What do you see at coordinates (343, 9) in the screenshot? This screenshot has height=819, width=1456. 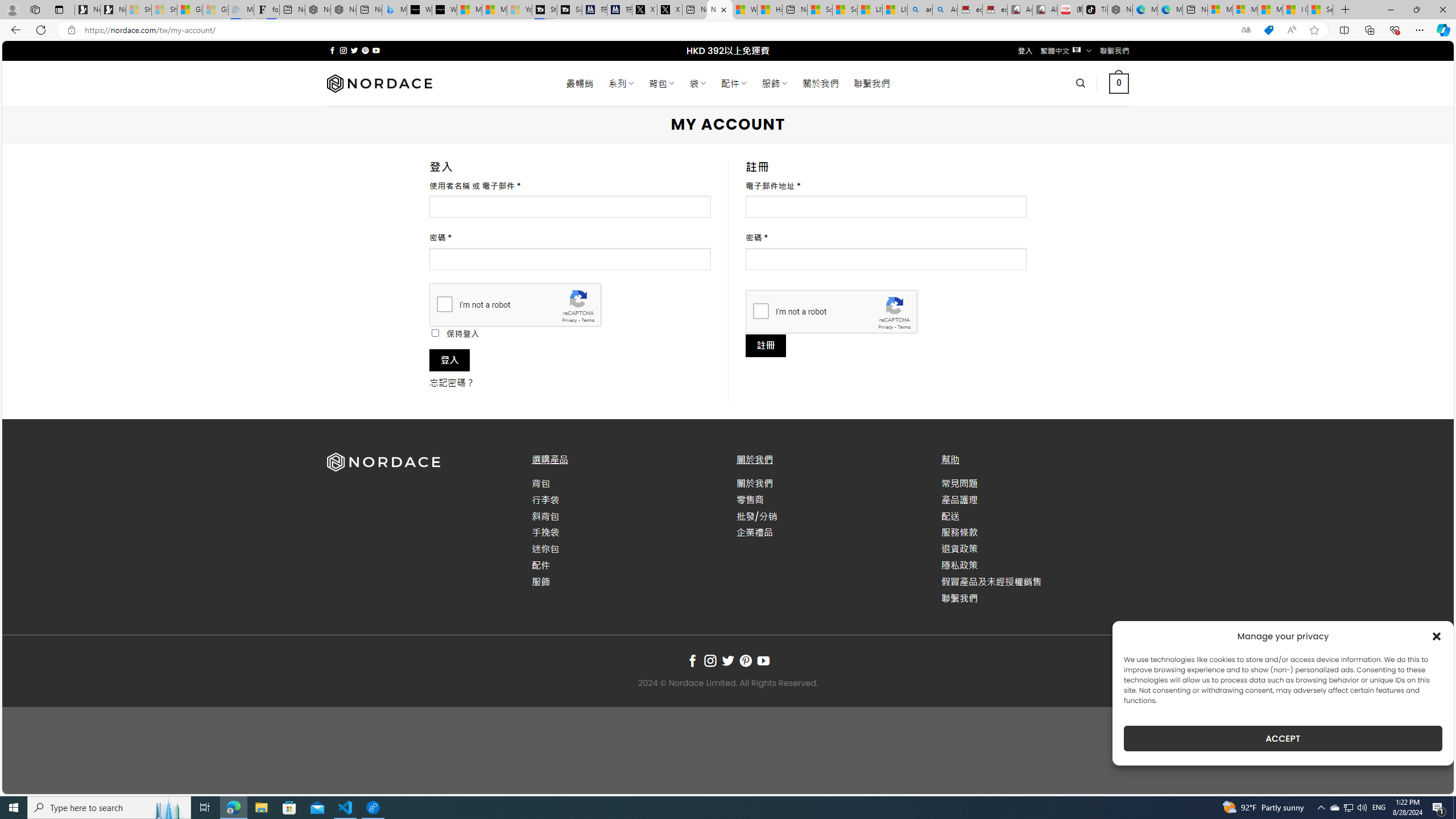 I see `'Nordace - #1 Japanese Best-Seller - Siena Smart Backpack'` at bounding box center [343, 9].